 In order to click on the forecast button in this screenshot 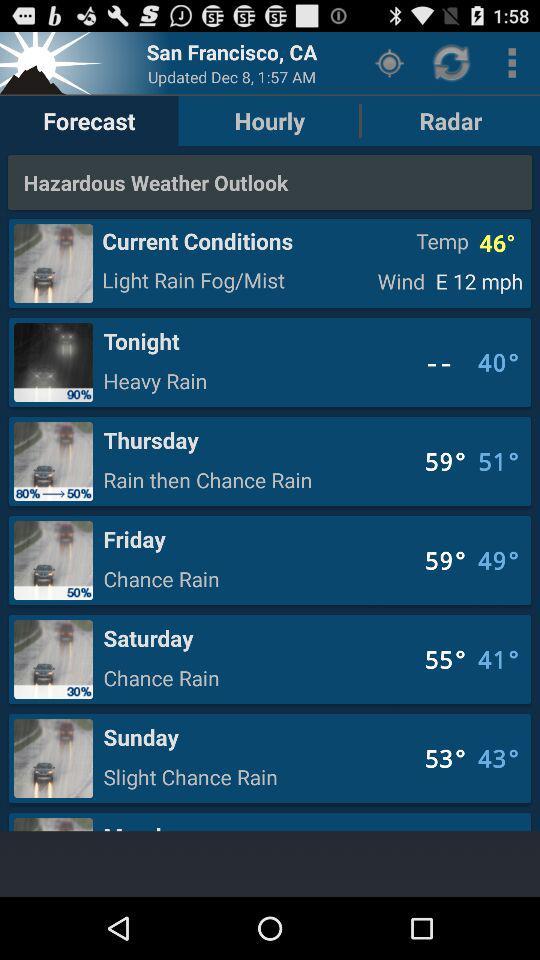, I will do `click(88, 120)`.